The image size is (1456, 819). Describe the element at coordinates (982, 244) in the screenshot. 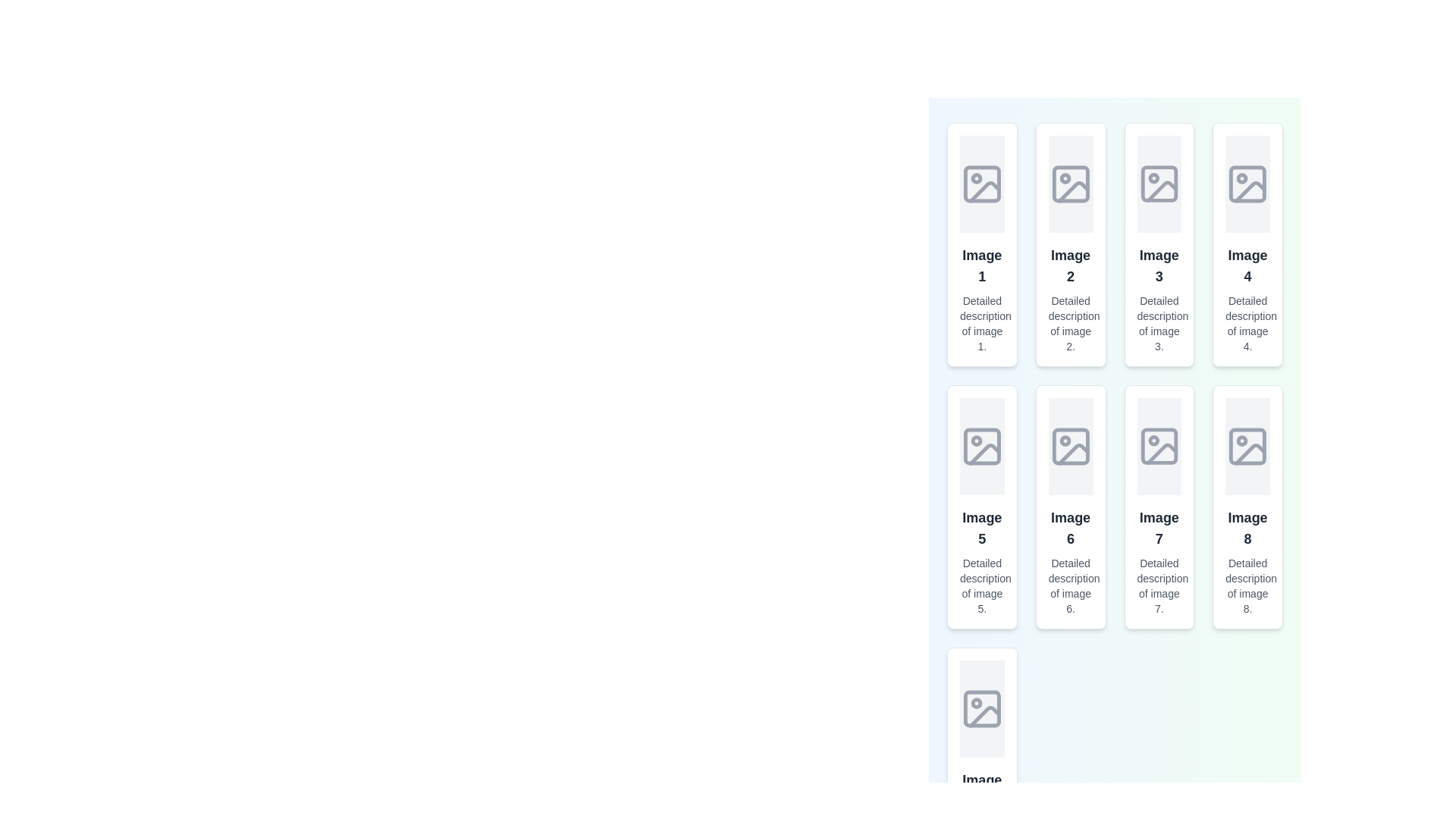

I see `the Content Card located in the top-left corner of the grid layout, which displays an image or related content item with a title and brief description` at that location.